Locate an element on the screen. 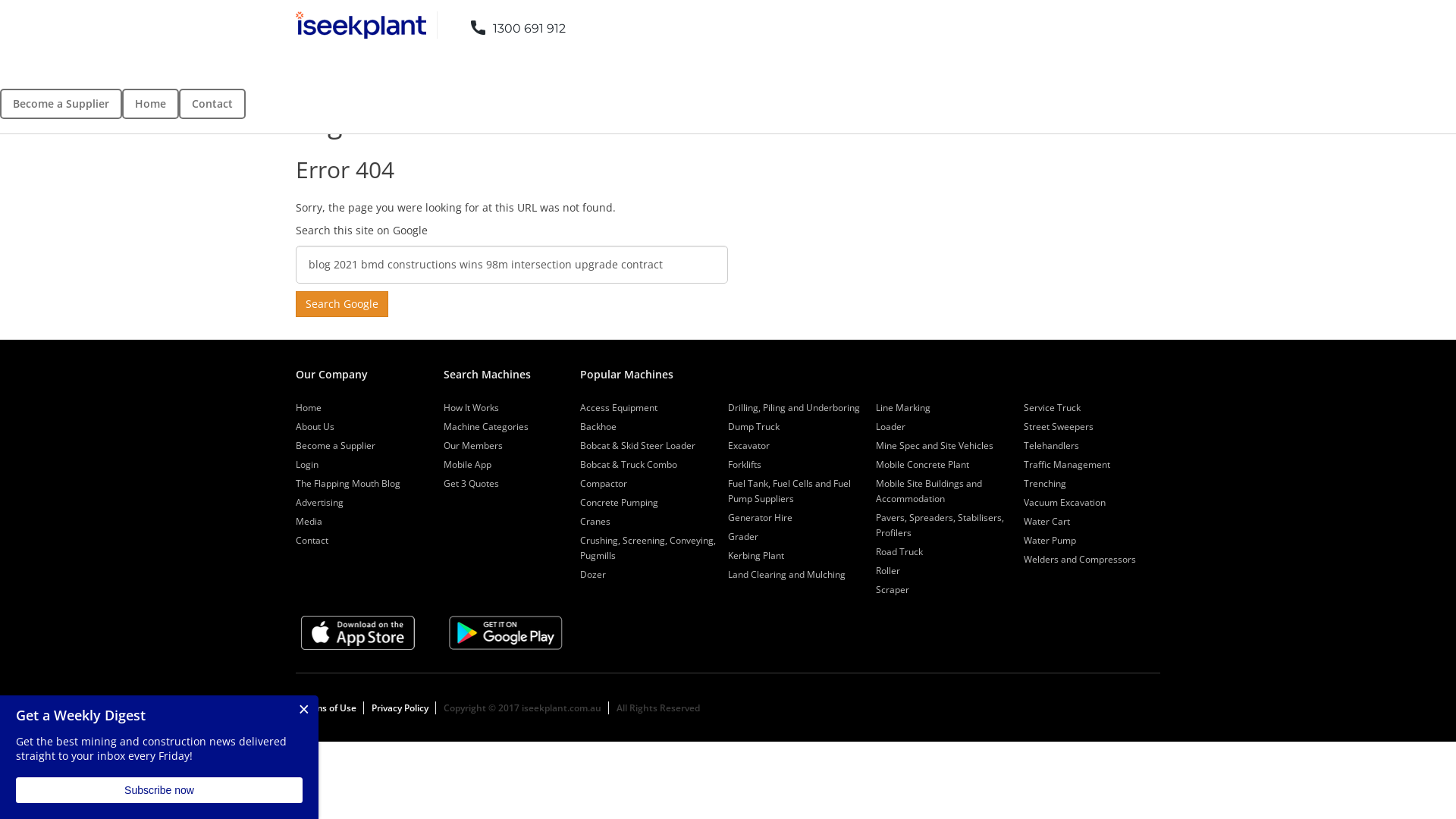 The height and width of the screenshot is (819, 1456). 'Vacuum Excavation' is located at coordinates (1063, 502).